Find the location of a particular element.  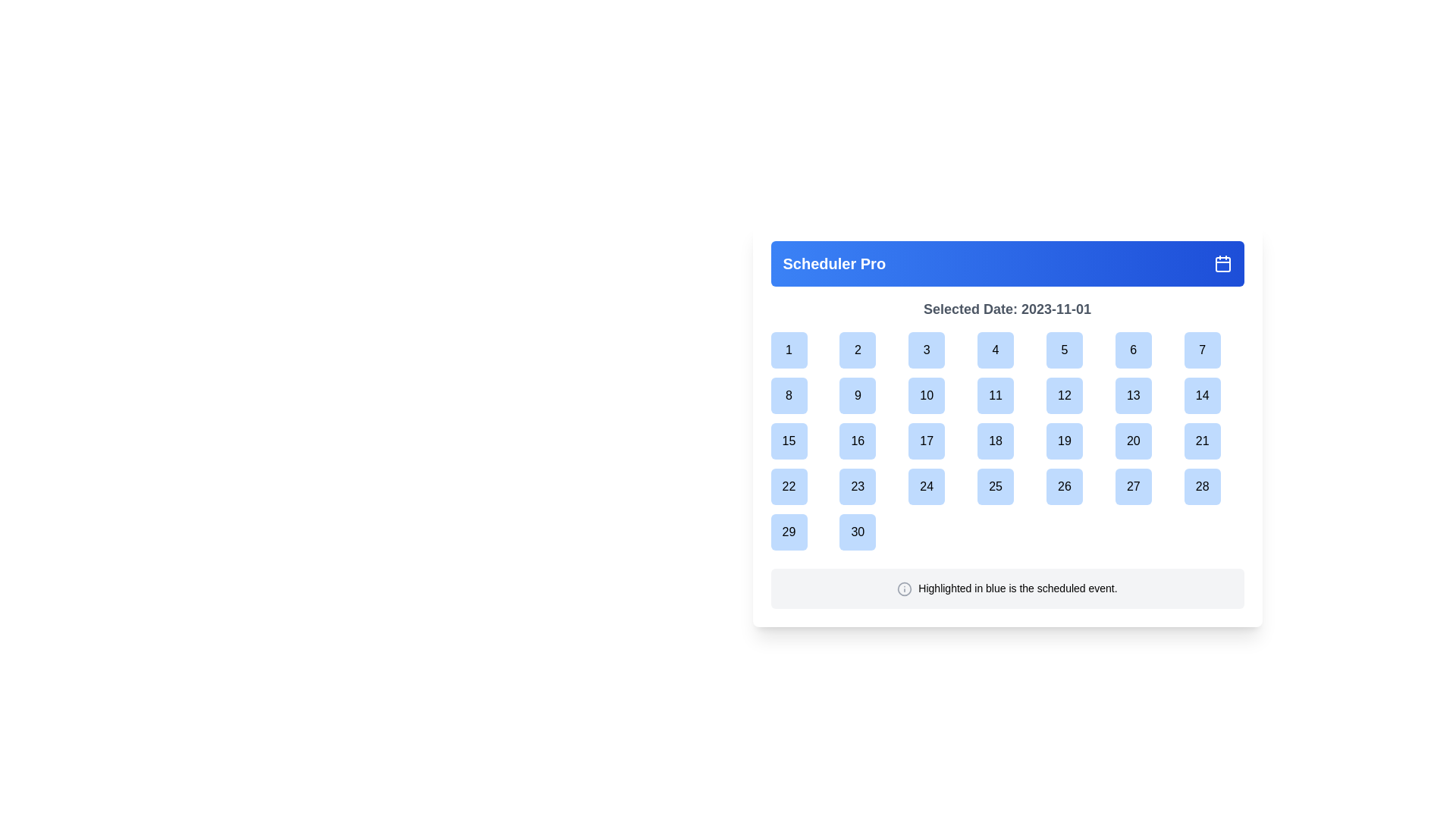

the button representing the 19th day of the month in the calendar grid is located at coordinates (1075, 441).